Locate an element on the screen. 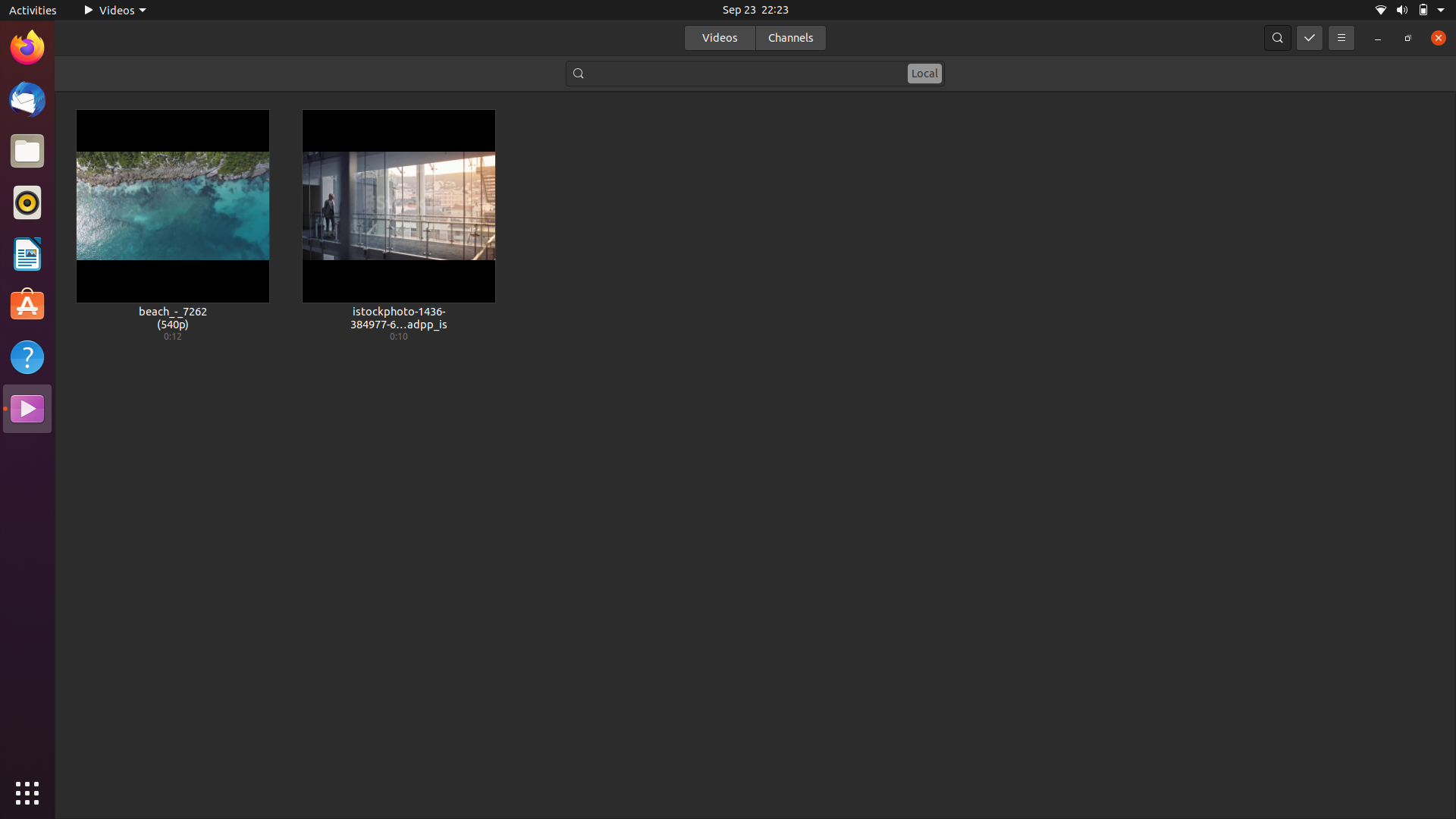  Search for a specific channel in the search bar is located at coordinates (755, 72).